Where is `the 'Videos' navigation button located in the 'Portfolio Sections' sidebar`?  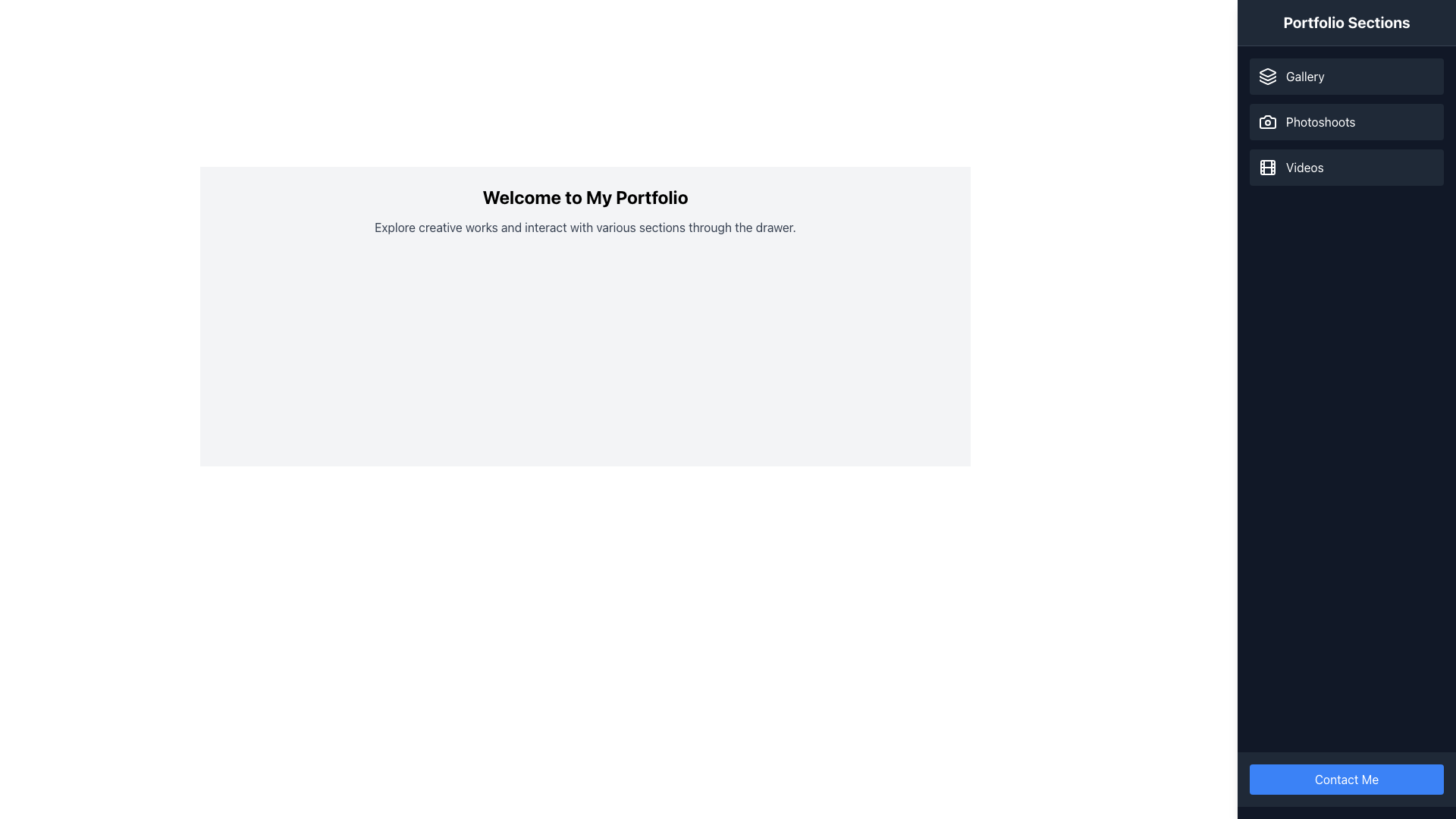
the 'Videos' navigation button located in the 'Portfolio Sections' sidebar is located at coordinates (1347, 167).